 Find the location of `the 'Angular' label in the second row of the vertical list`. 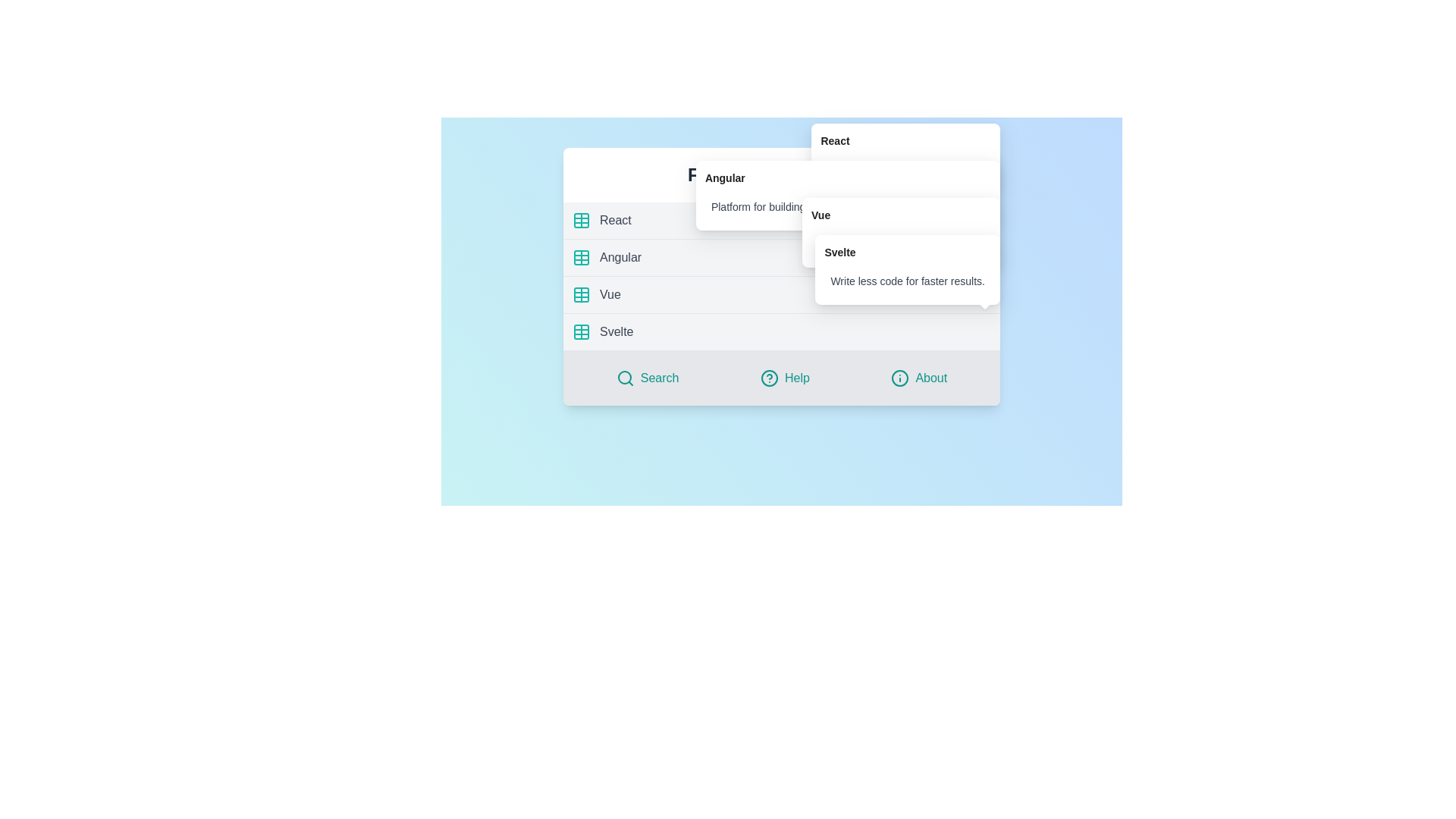

the 'Angular' label in the second row of the vertical list is located at coordinates (620, 256).